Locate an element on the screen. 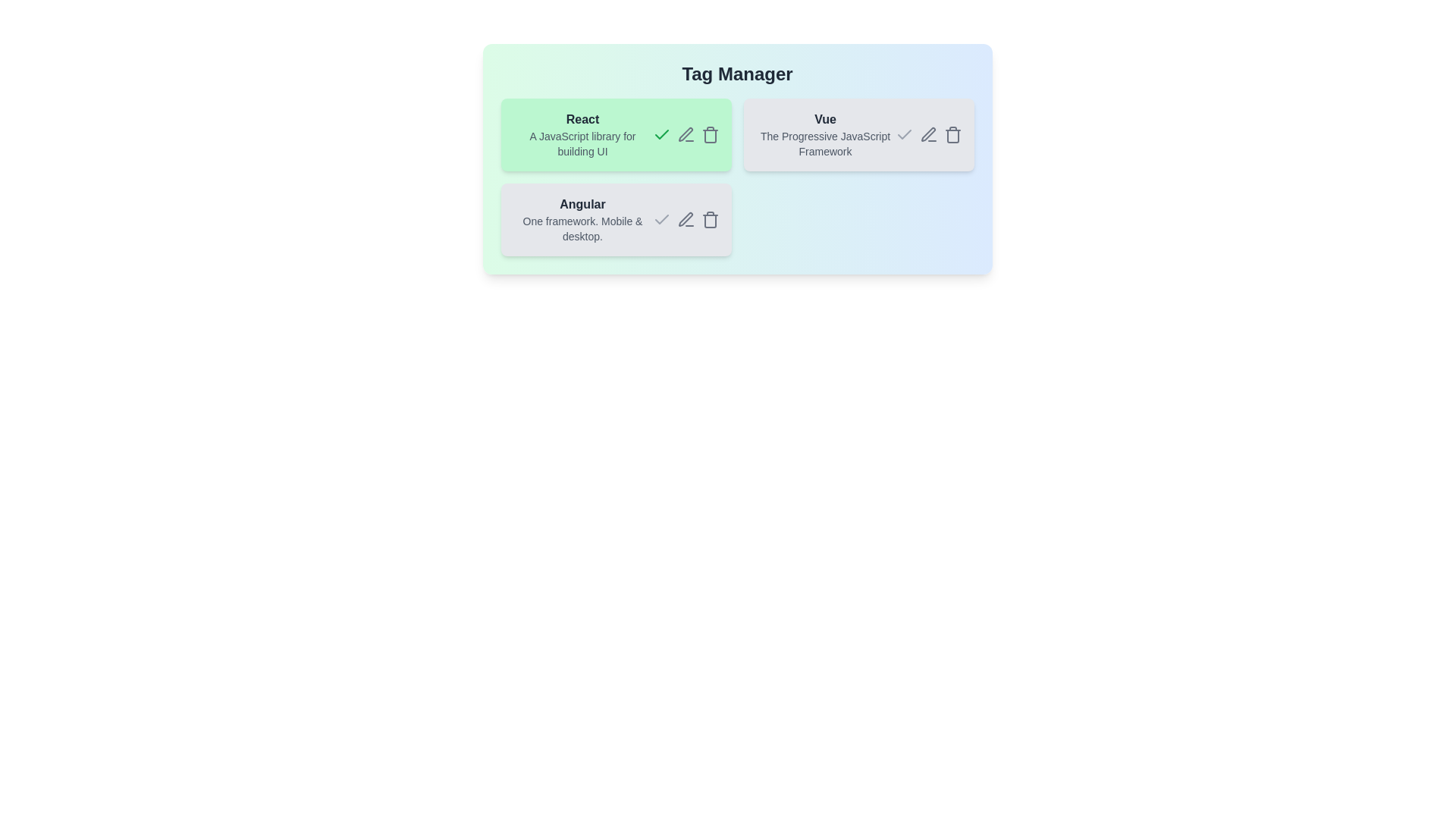  trash icon for the tag Angular to delete it is located at coordinates (709, 219).